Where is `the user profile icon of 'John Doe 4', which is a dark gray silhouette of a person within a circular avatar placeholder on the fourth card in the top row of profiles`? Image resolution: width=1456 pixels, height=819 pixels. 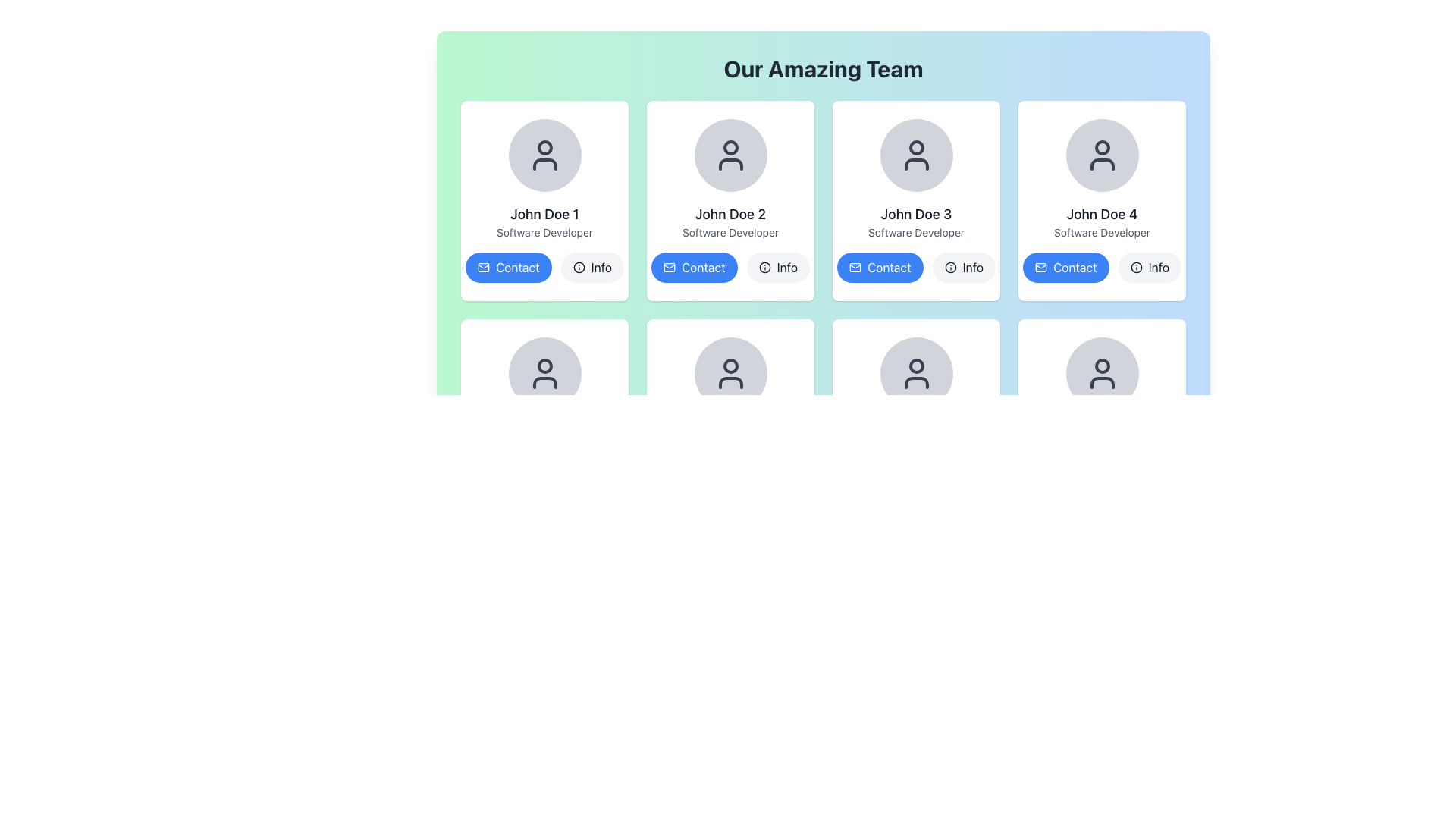
the user profile icon of 'John Doe 4', which is a dark gray silhouette of a person within a circular avatar placeholder on the fourth card in the top row of profiles is located at coordinates (1102, 155).